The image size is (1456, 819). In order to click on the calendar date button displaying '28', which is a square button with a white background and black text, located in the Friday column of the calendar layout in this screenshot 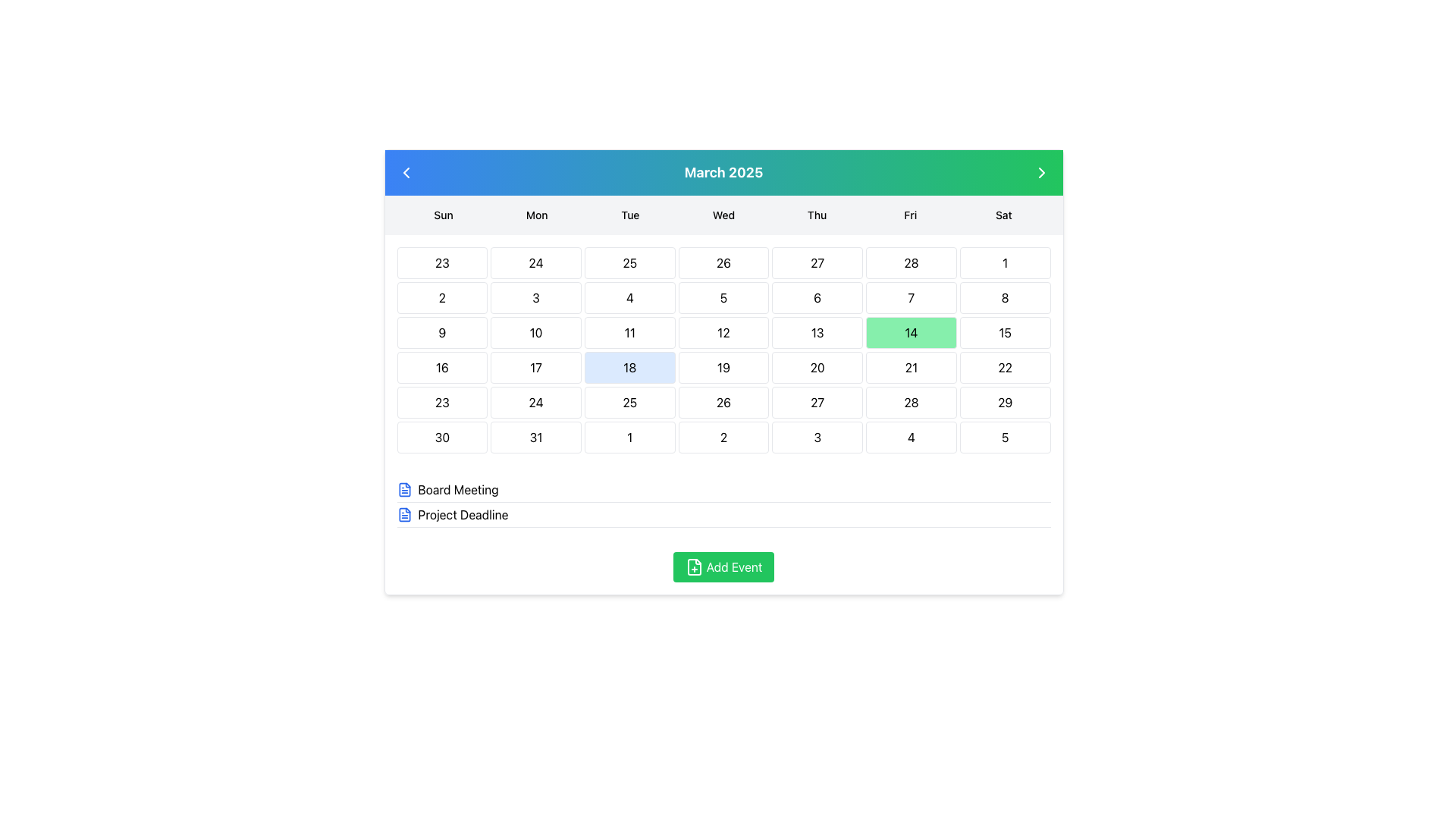, I will do `click(910, 402)`.